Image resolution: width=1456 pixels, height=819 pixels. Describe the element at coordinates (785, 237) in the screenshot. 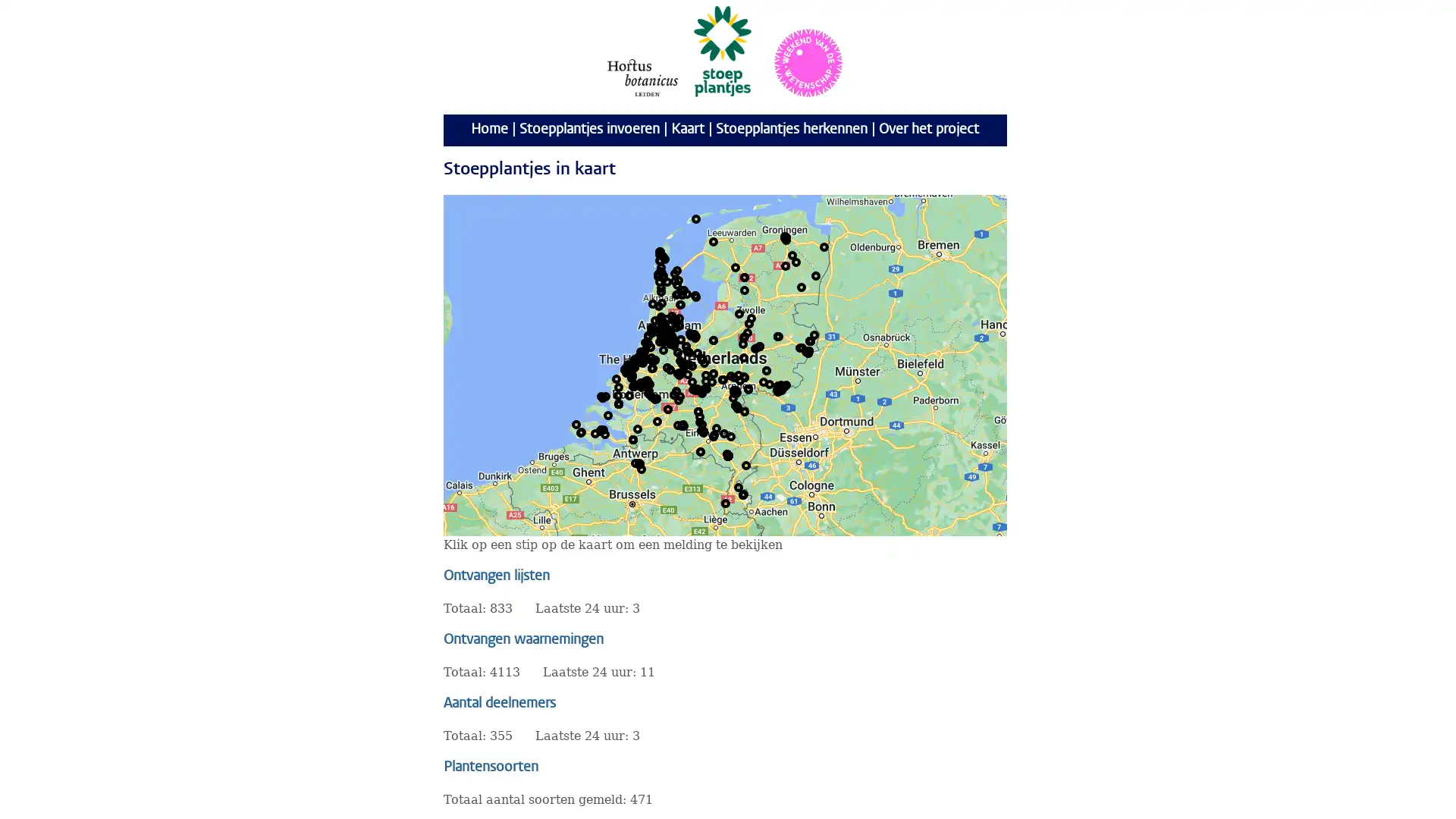

I see `Telling van Andre H op 24 oktober 2021` at that location.